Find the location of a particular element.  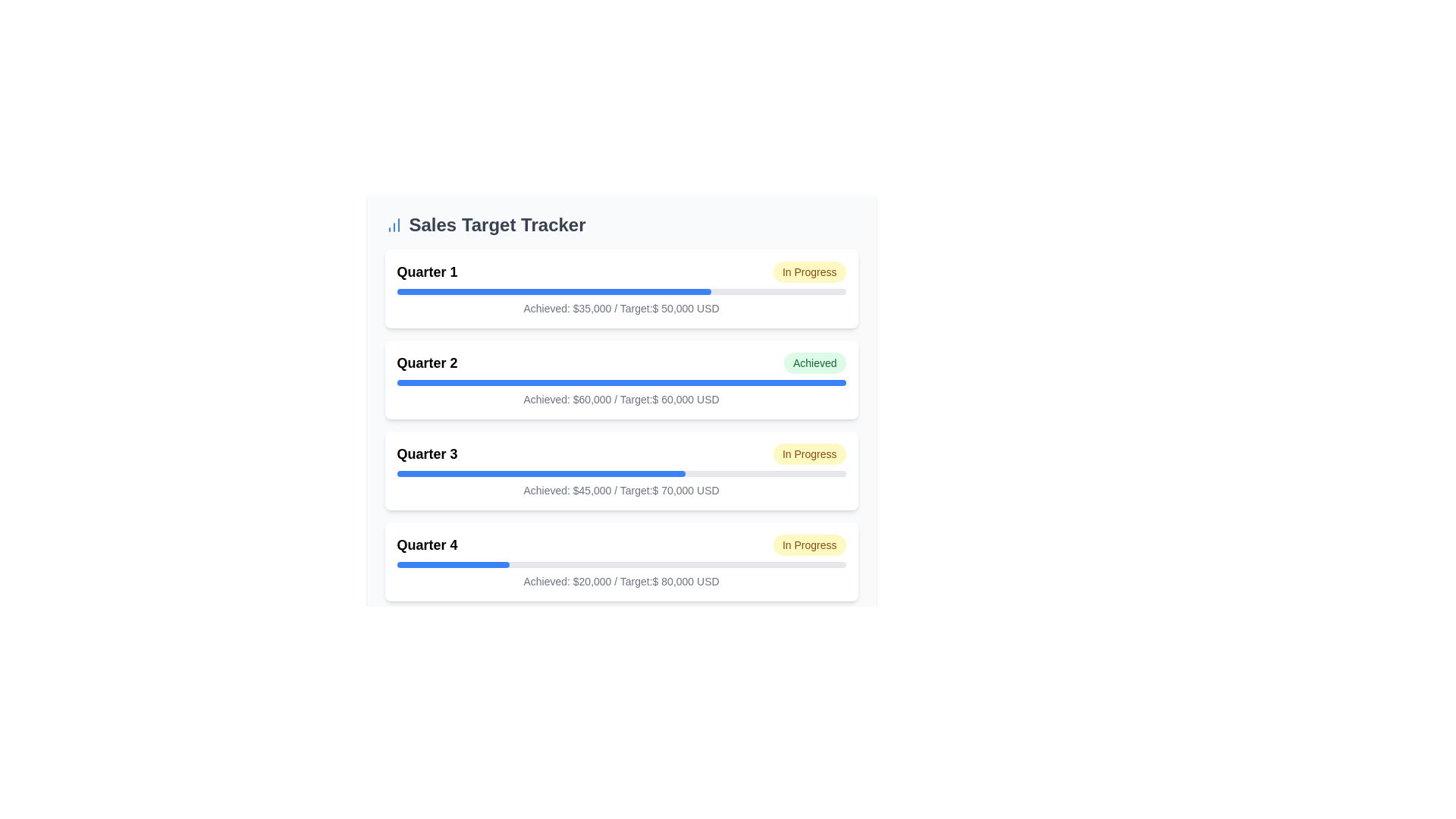

the fill level of the horizontal progress bar located in the 'Quarter 2' section of the 'Sales Target Tracker' interface, positioned below 'Quarter 2 Achieved' is located at coordinates (621, 382).